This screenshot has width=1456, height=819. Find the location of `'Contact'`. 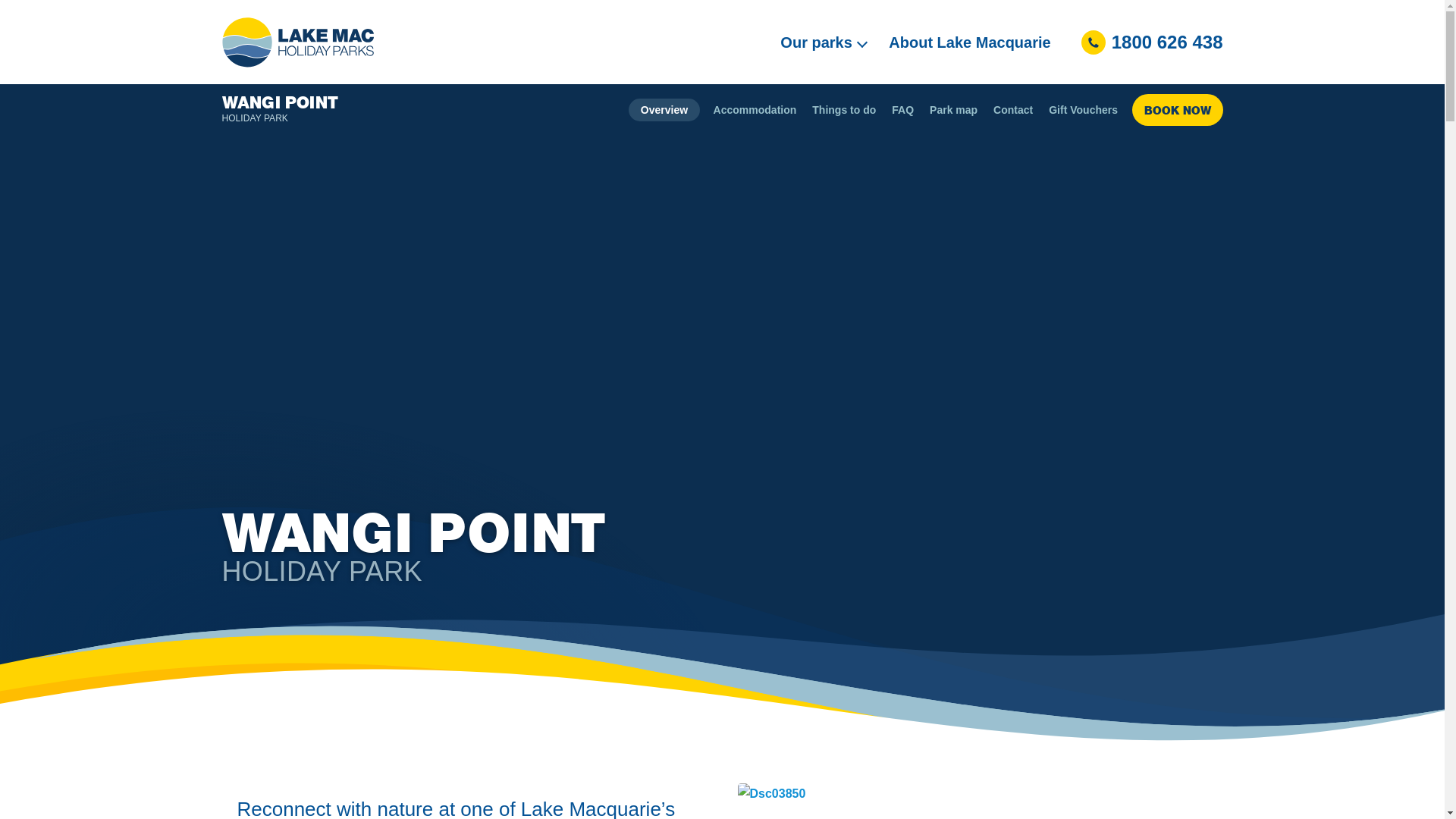

'Contact' is located at coordinates (1013, 109).